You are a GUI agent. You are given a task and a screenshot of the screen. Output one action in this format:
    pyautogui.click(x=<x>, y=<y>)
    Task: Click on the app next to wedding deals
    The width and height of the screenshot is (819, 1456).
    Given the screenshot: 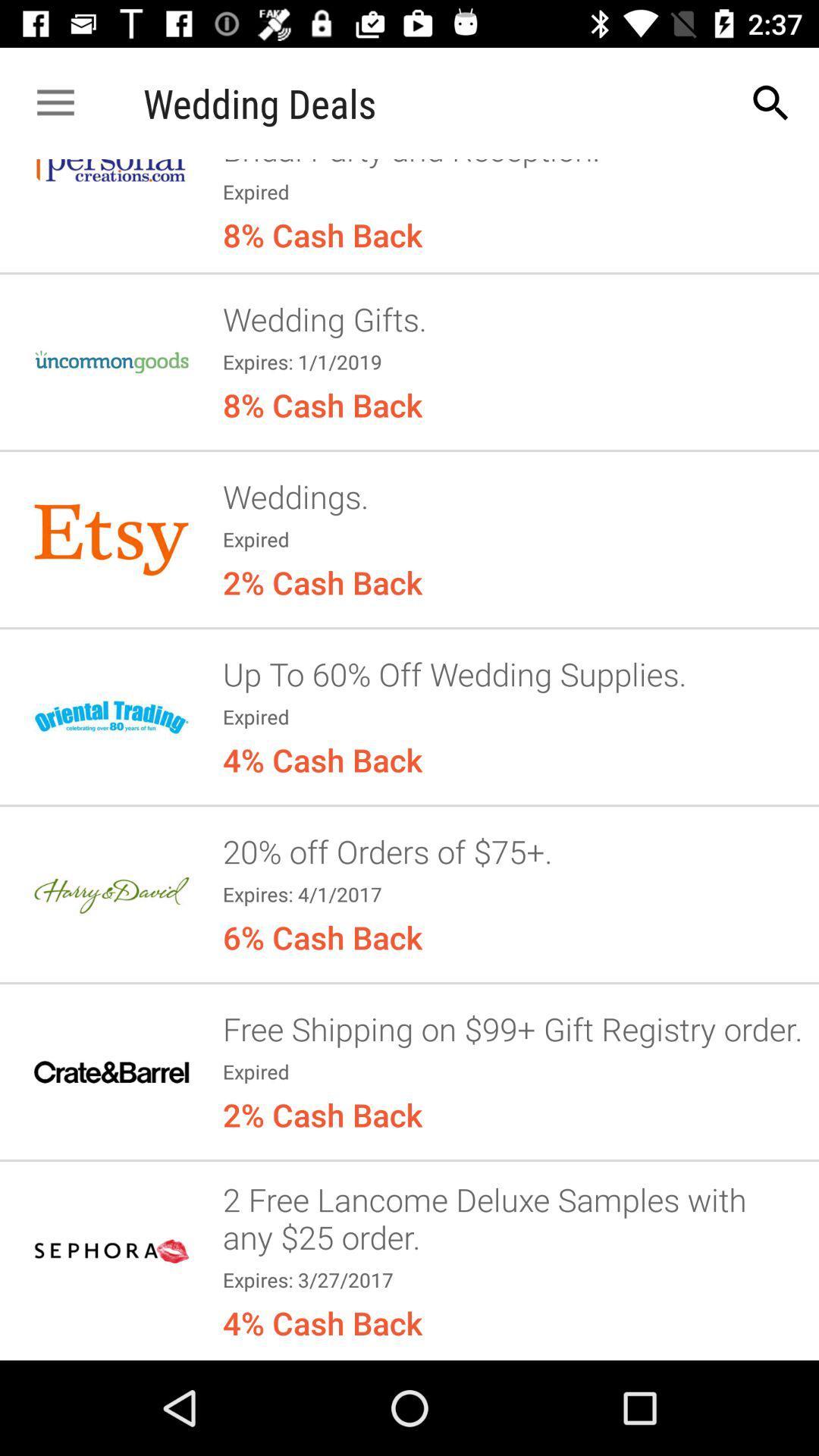 What is the action you would take?
    pyautogui.click(x=55, y=102)
    